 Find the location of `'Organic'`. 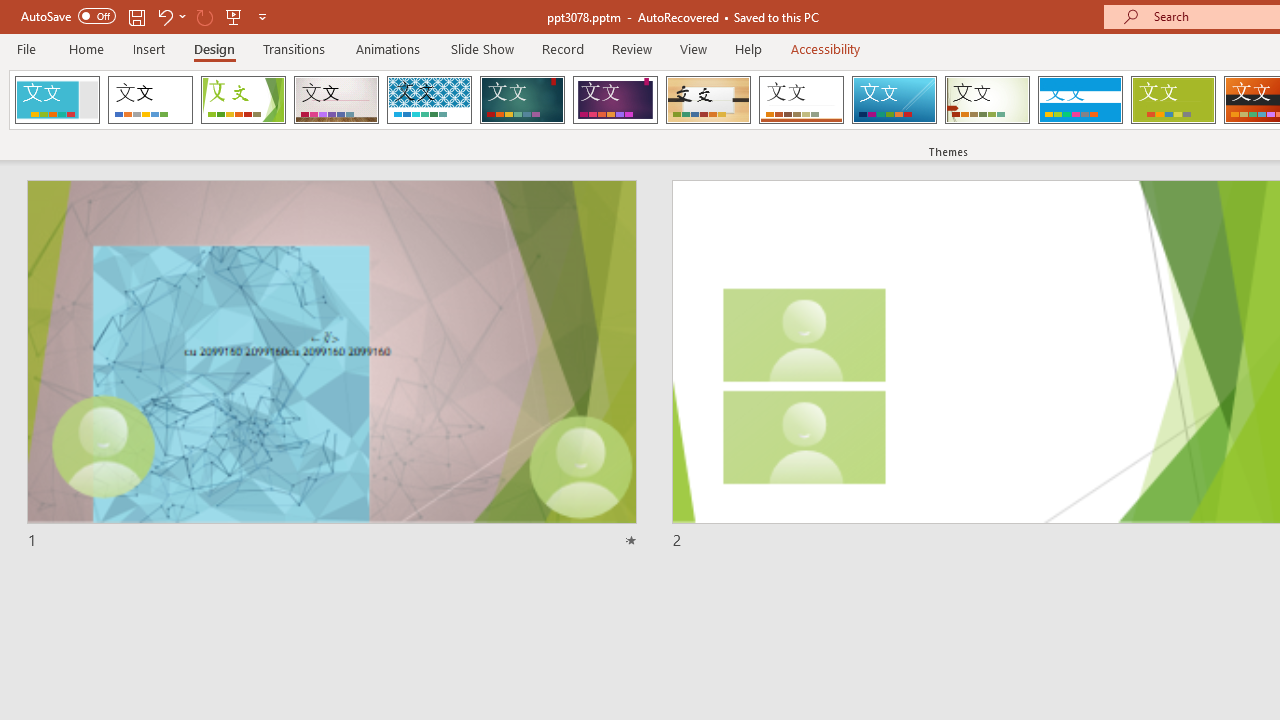

'Organic' is located at coordinates (708, 100).